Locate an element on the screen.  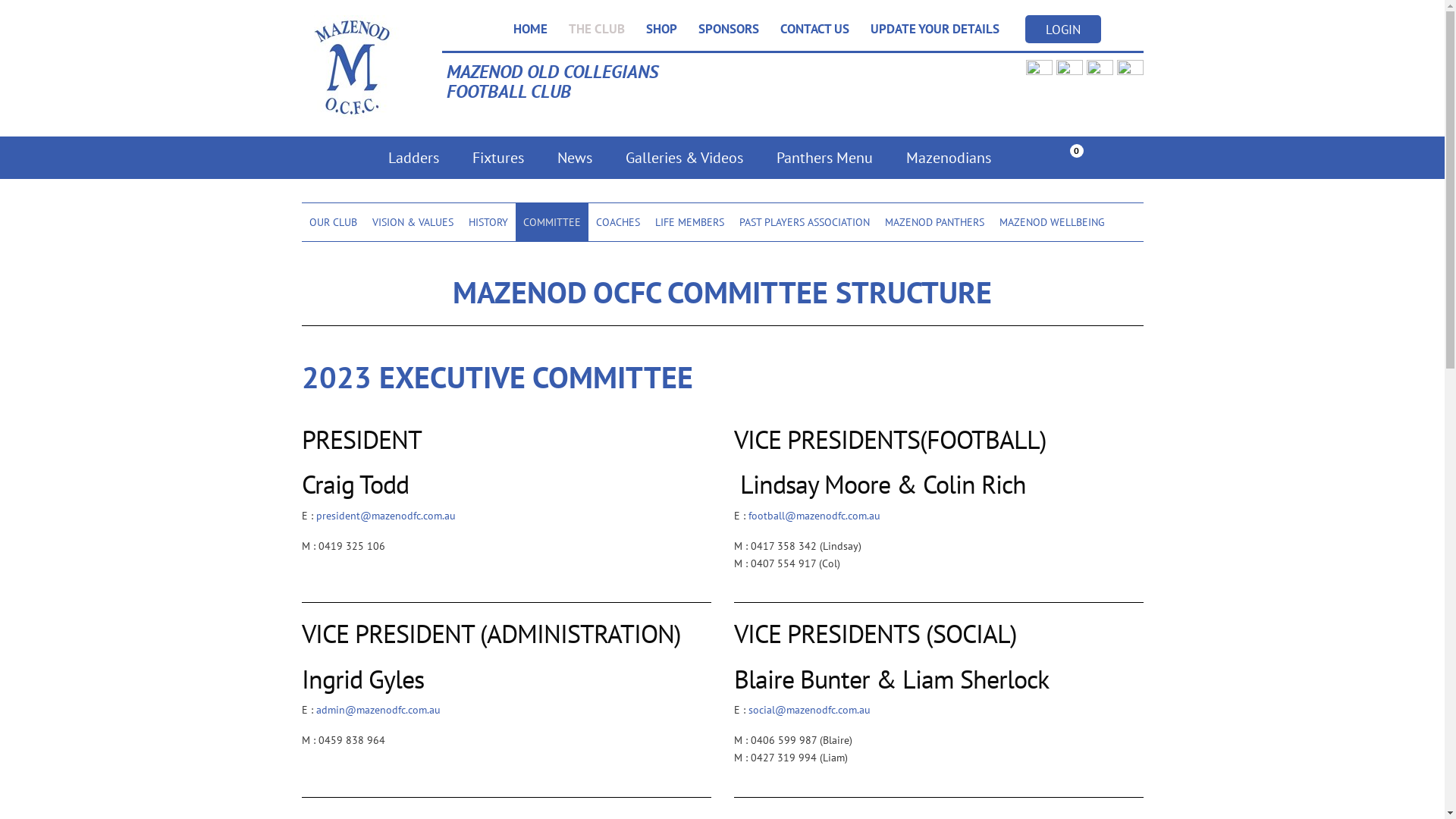
'Fixtures' is located at coordinates (497, 158).